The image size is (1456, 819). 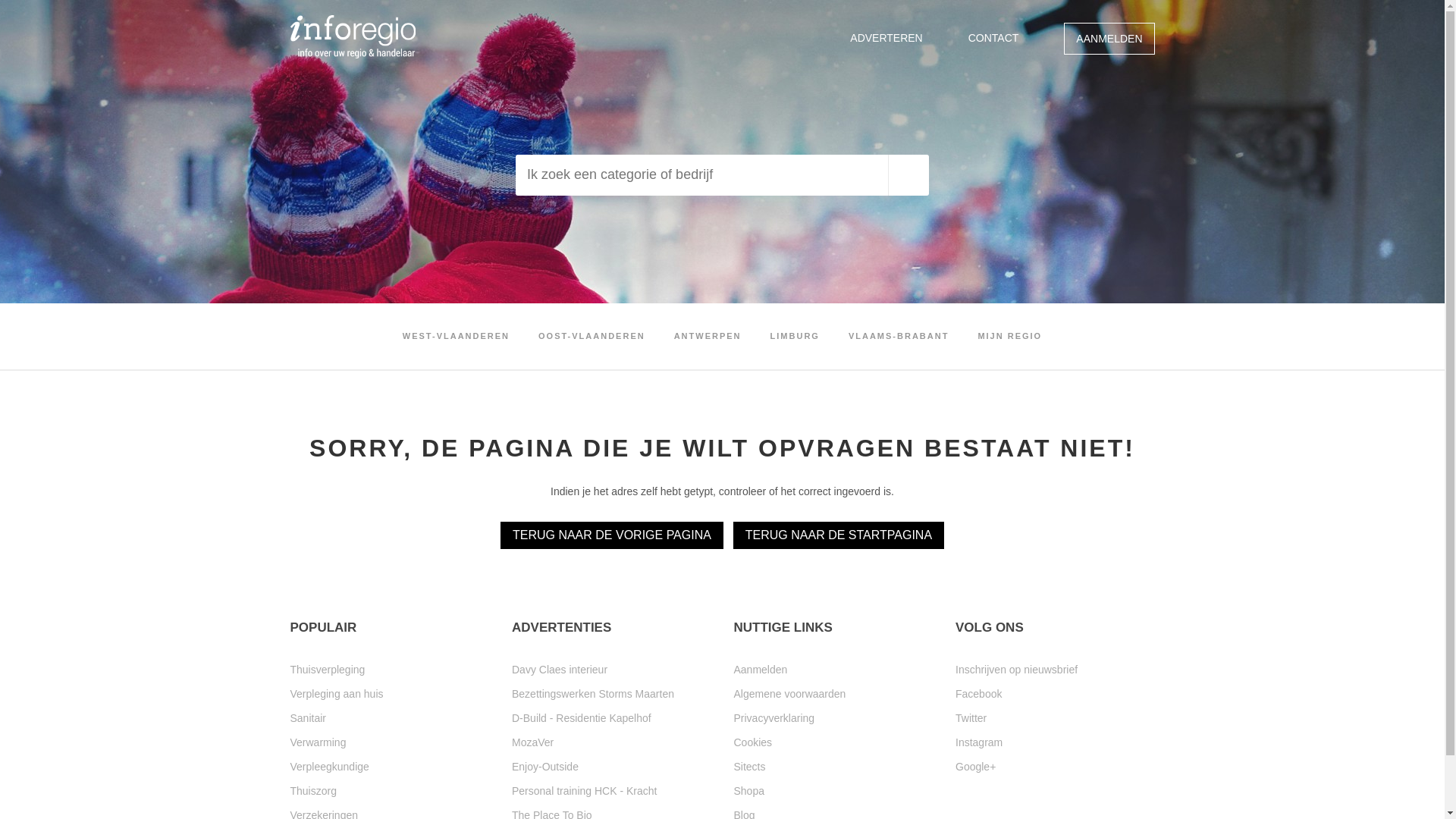 What do you see at coordinates (455, 335) in the screenshot?
I see `'WEST-VLAANDEREN'` at bounding box center [455, 335].